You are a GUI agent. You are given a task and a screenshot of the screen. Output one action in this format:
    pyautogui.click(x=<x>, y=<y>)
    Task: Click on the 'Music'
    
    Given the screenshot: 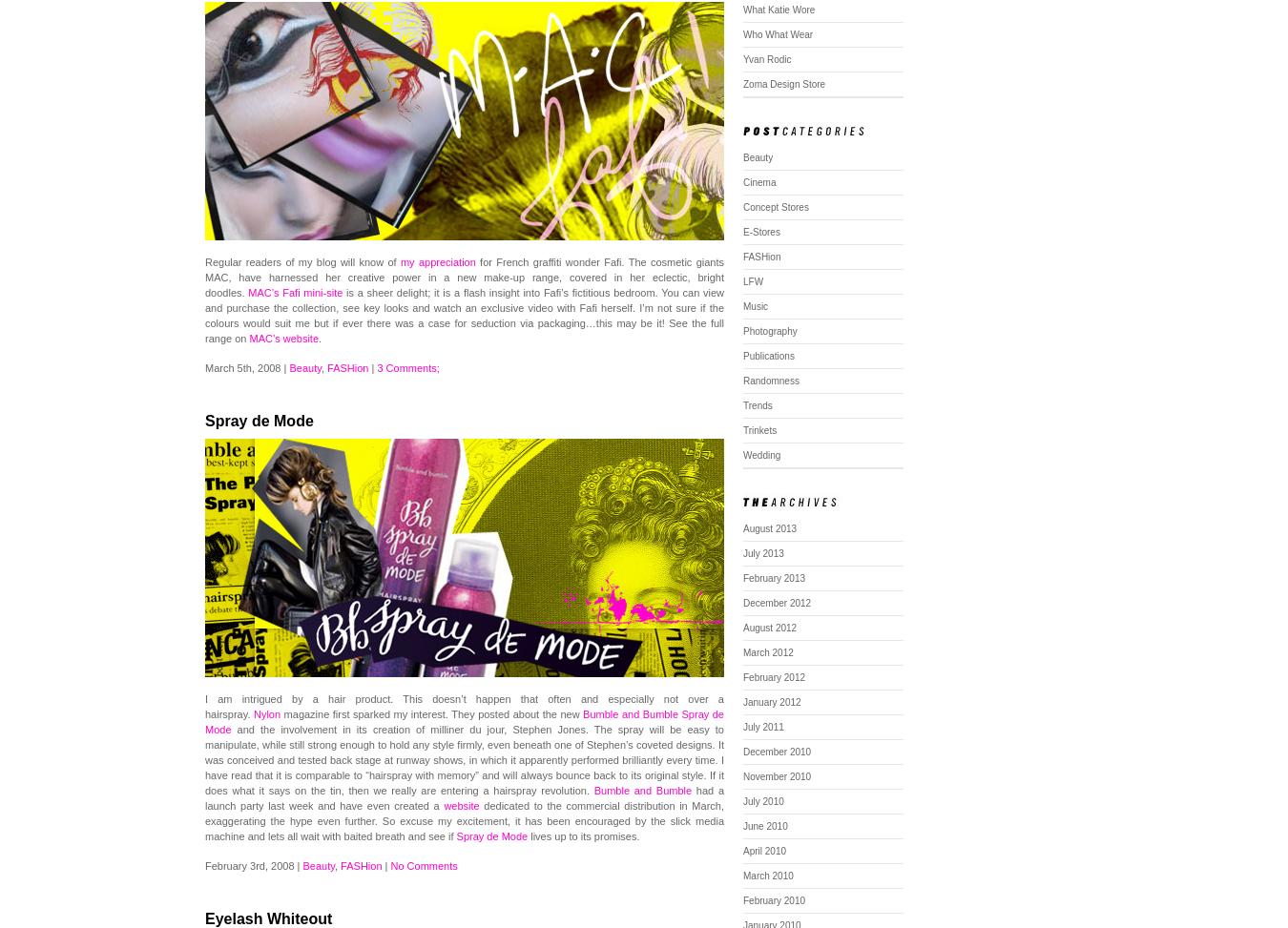 What is the action you would take?
    pyautogui.click(x=756, y=306)
    